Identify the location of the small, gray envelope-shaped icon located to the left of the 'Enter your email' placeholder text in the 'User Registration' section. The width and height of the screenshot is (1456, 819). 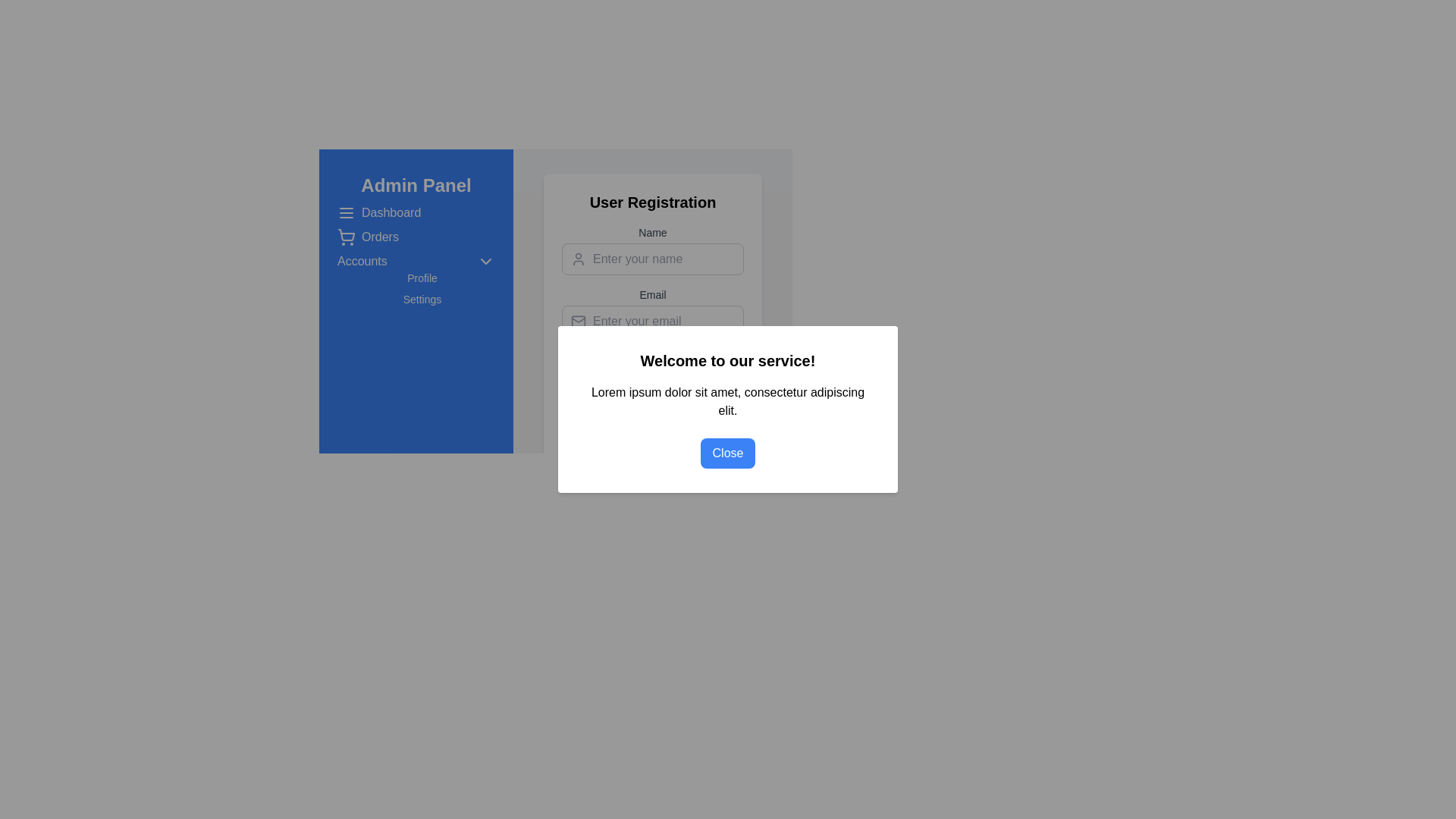
(578, 321).